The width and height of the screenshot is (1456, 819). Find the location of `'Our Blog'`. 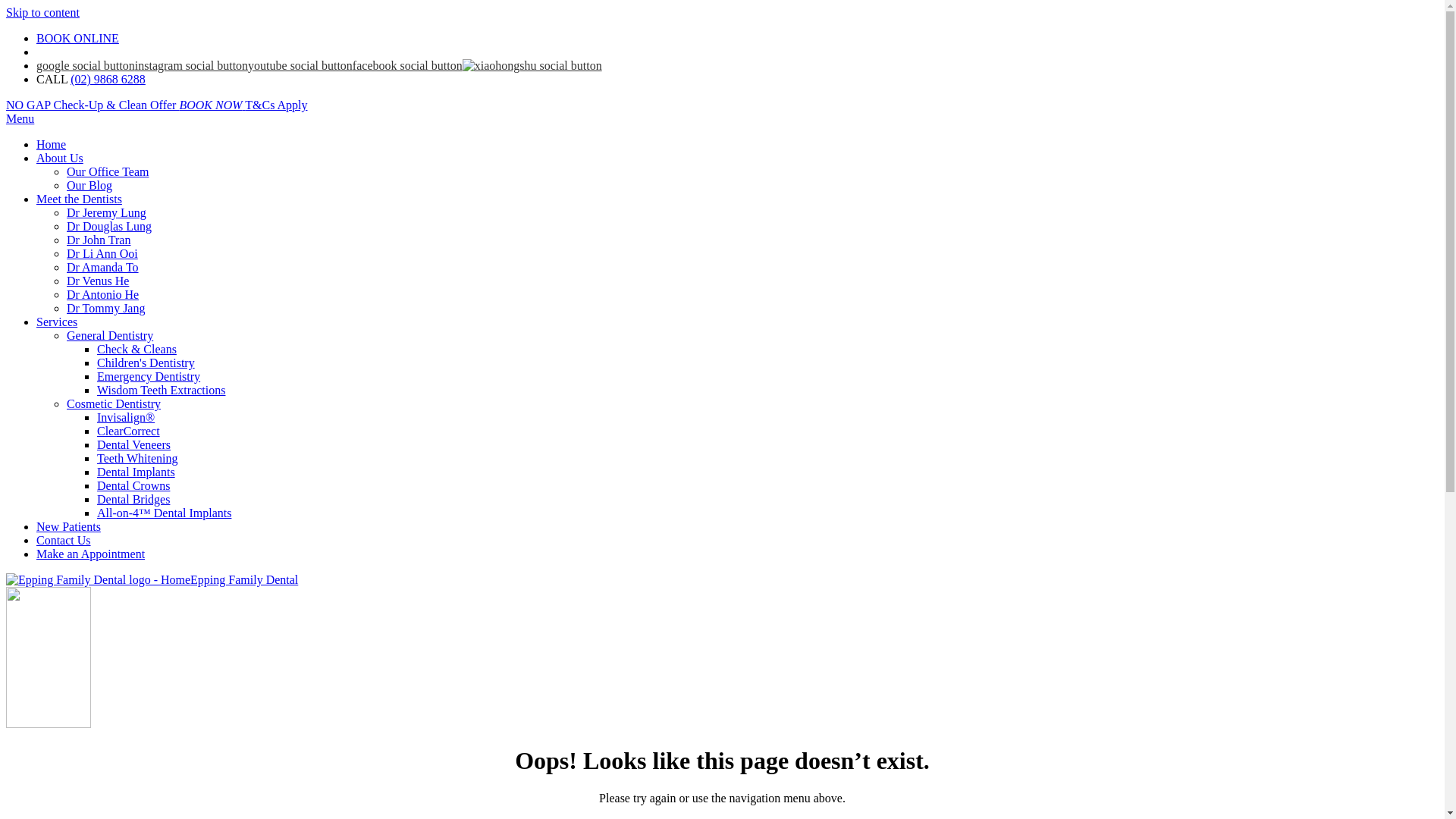

'Our Blog' is located at coordinates (89, 184).